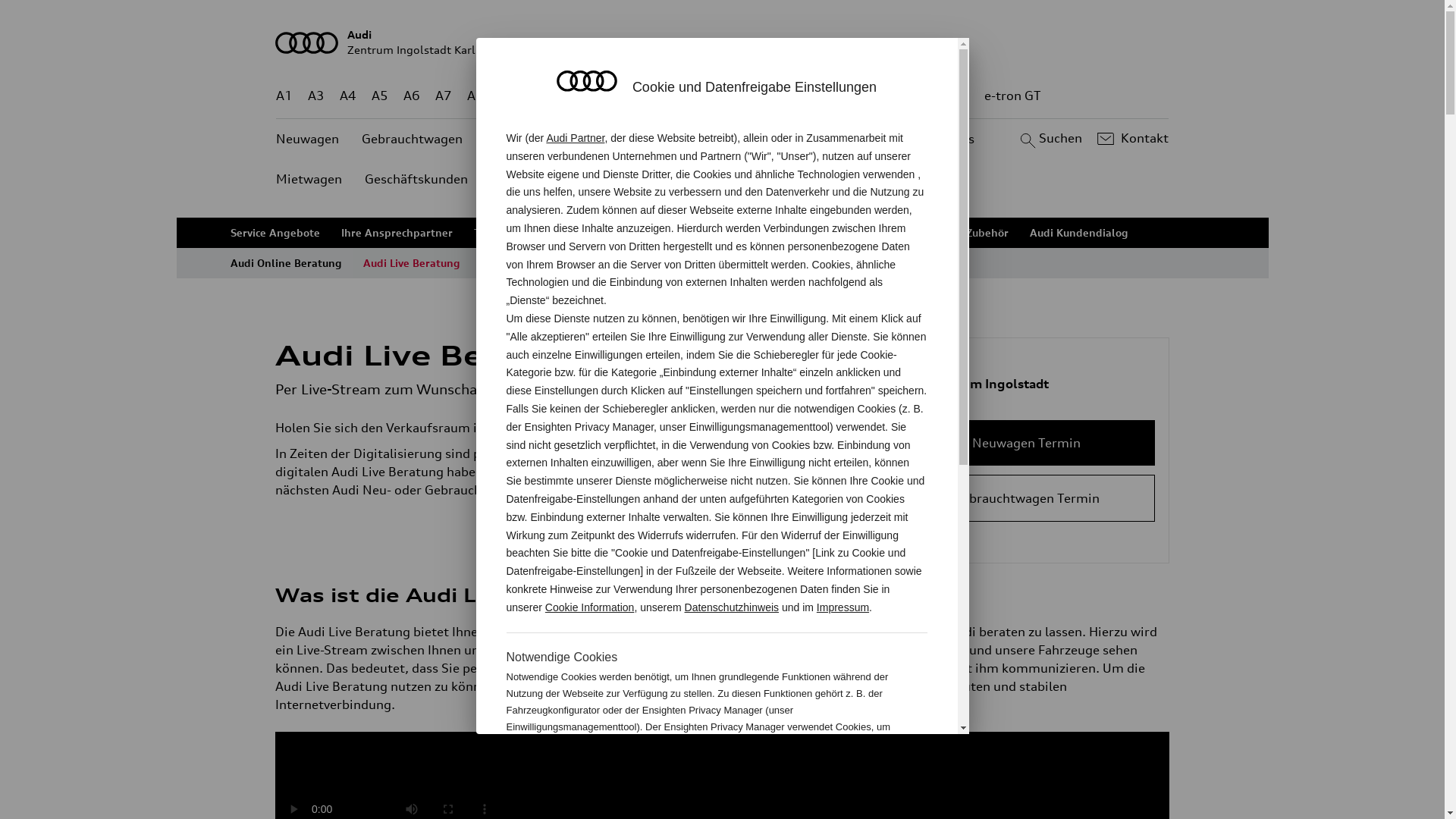 The image size is (1456, 819). Describe the element at coordinates (677, 96) in the screenshot. I see `'Q7'` at that location.